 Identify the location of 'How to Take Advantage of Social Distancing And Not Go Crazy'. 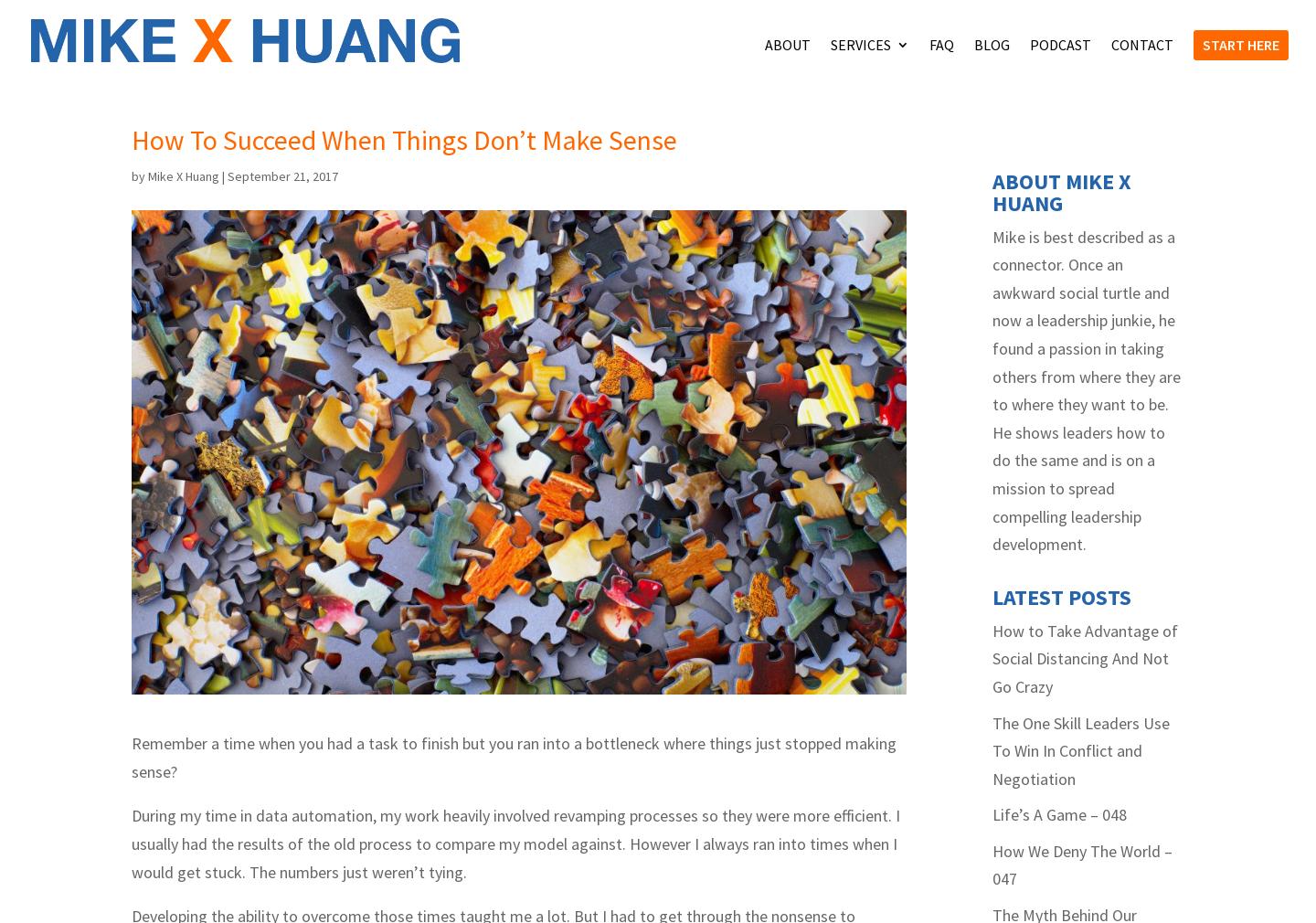
(1084, 832).